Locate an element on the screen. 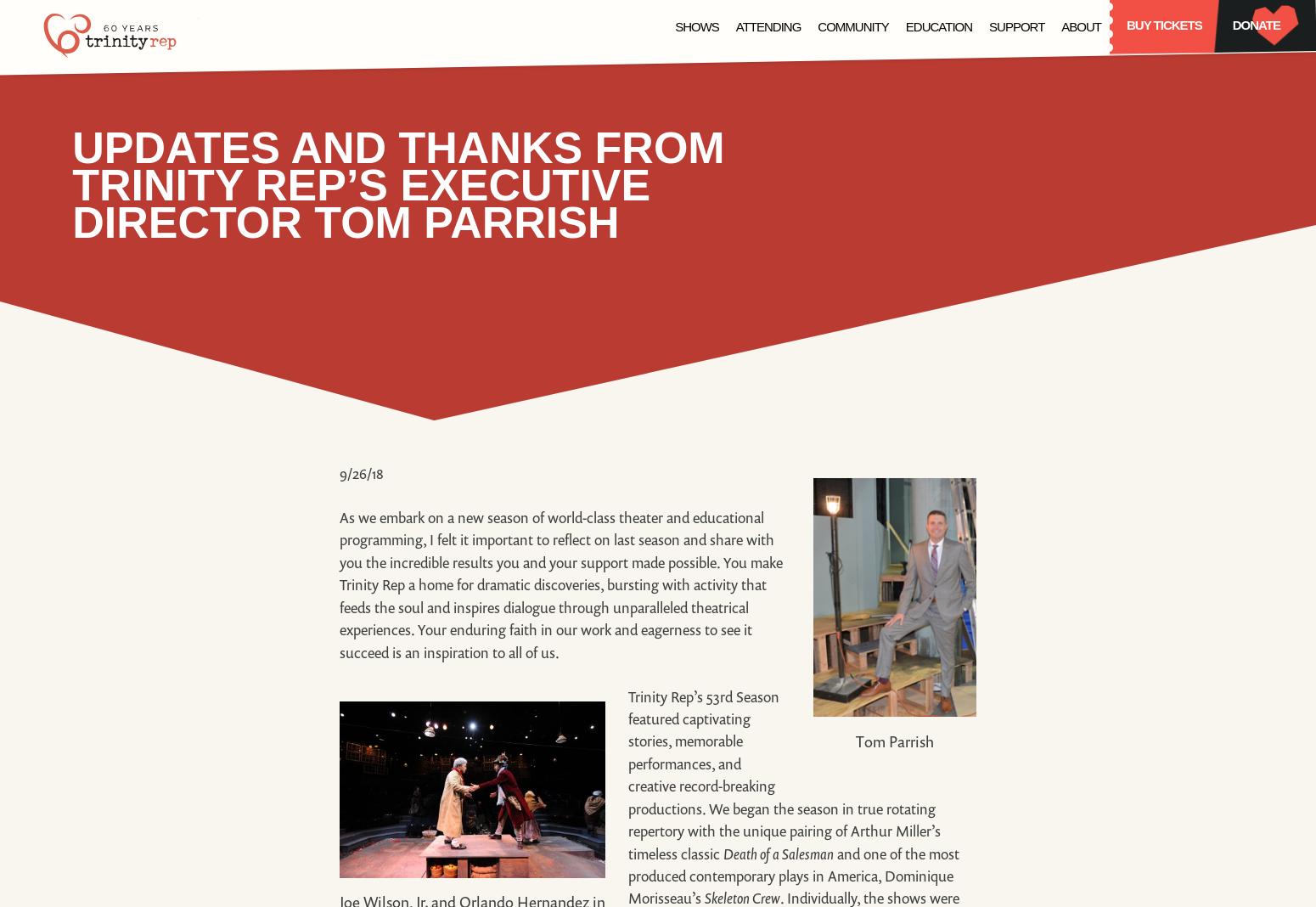 The width and height of the screenshot is (1316, 907). '2023-24 Season' is located at coordinates (646, 192).